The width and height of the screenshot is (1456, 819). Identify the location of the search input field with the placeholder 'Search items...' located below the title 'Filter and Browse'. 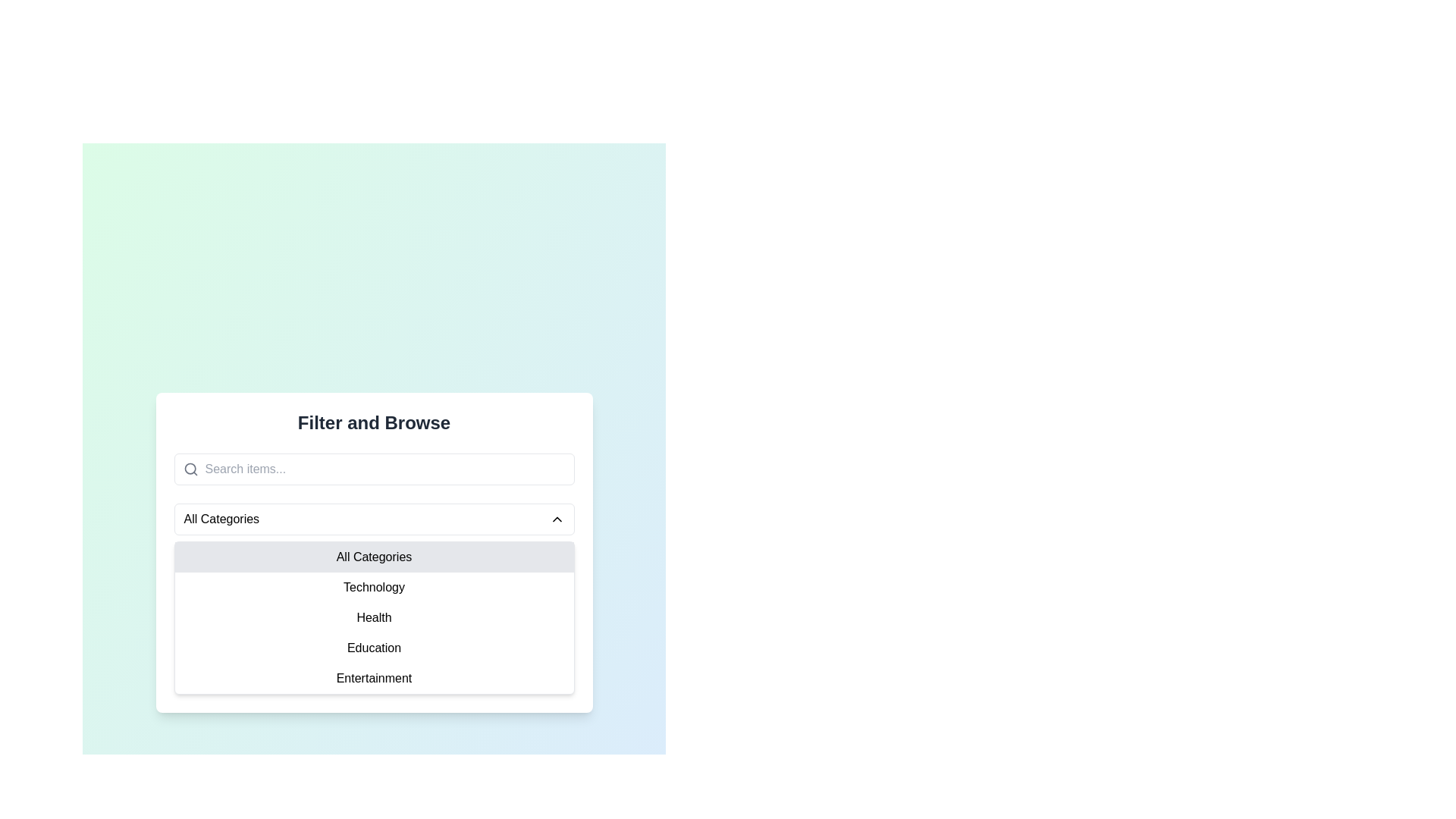
(374, 468).